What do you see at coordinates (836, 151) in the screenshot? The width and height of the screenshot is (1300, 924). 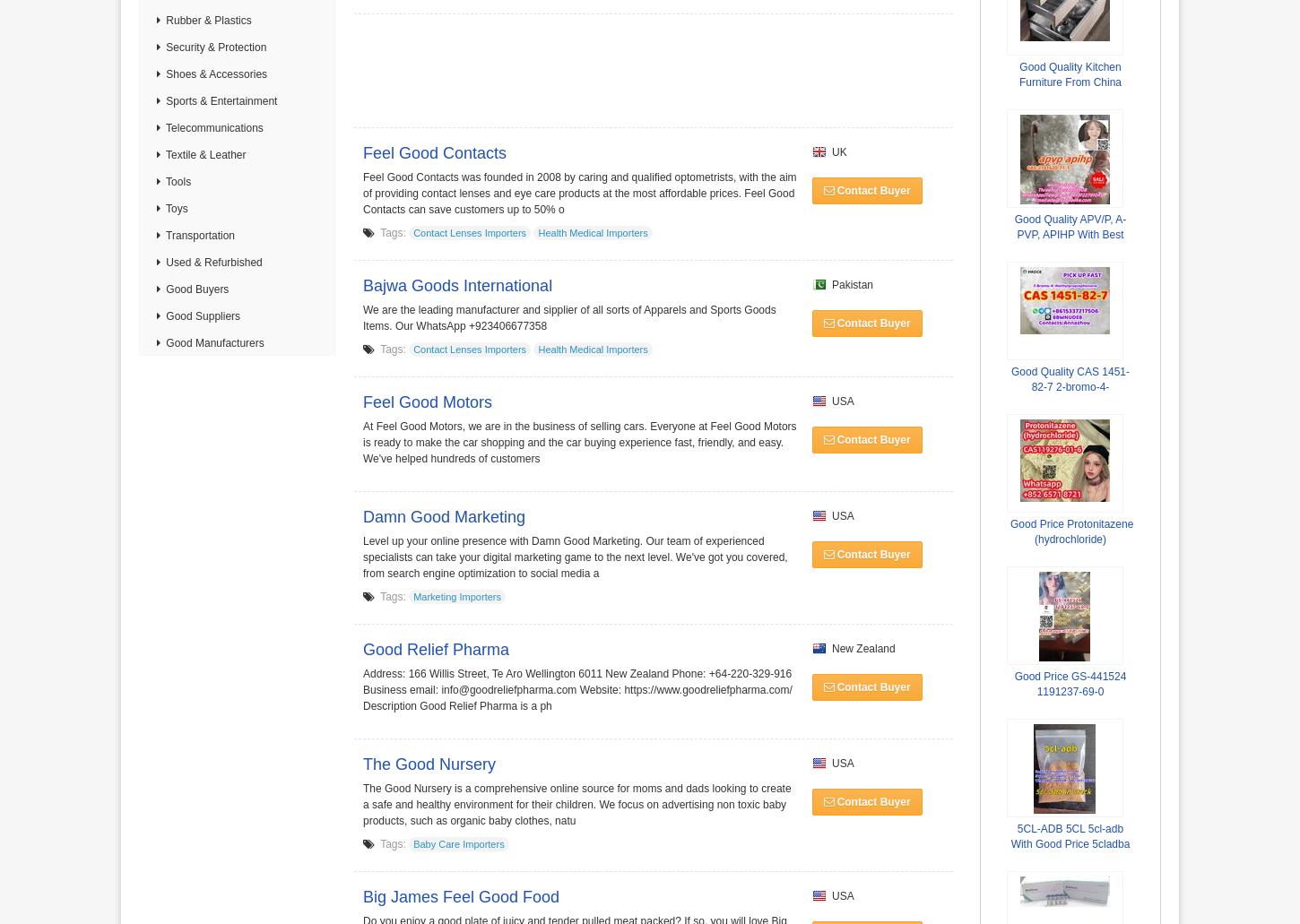 I see `'UK'` at bounding box center [836, 151].